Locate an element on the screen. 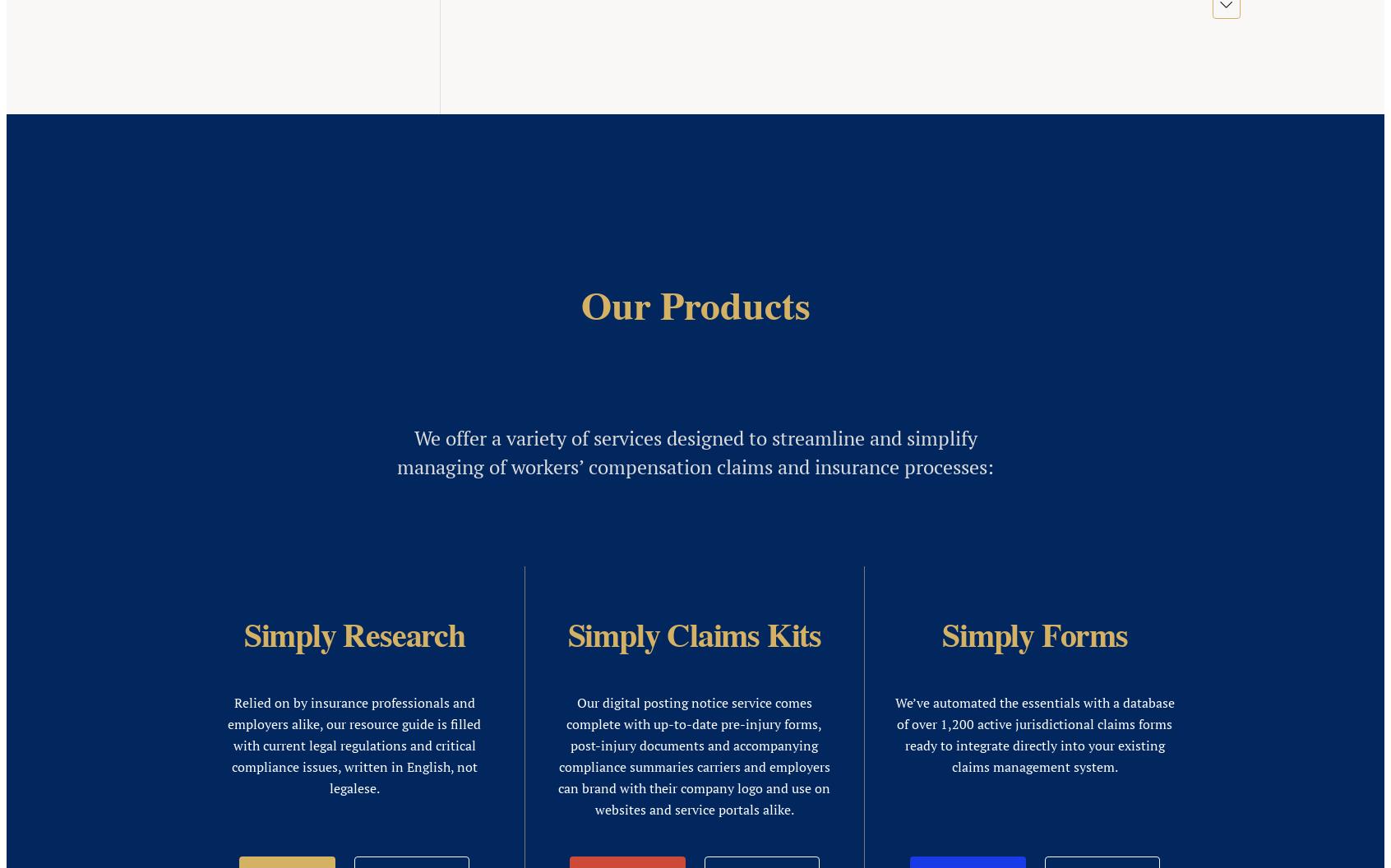 The width and height of the screenshot is (1391, 868). 'Sign Up for Our Newsletter' is located at coordinates (252, 659).